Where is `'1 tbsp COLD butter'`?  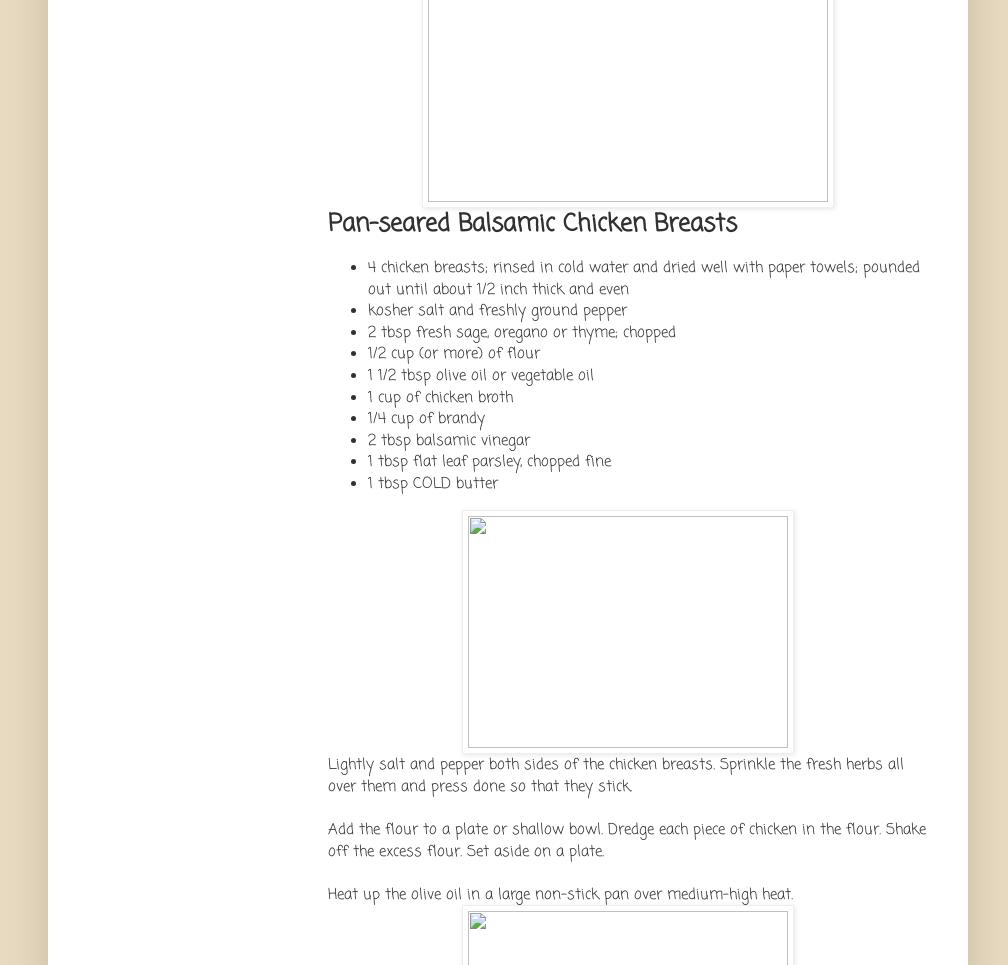 '1 tbsp COLD butter' is located at coordinates (433, 481).